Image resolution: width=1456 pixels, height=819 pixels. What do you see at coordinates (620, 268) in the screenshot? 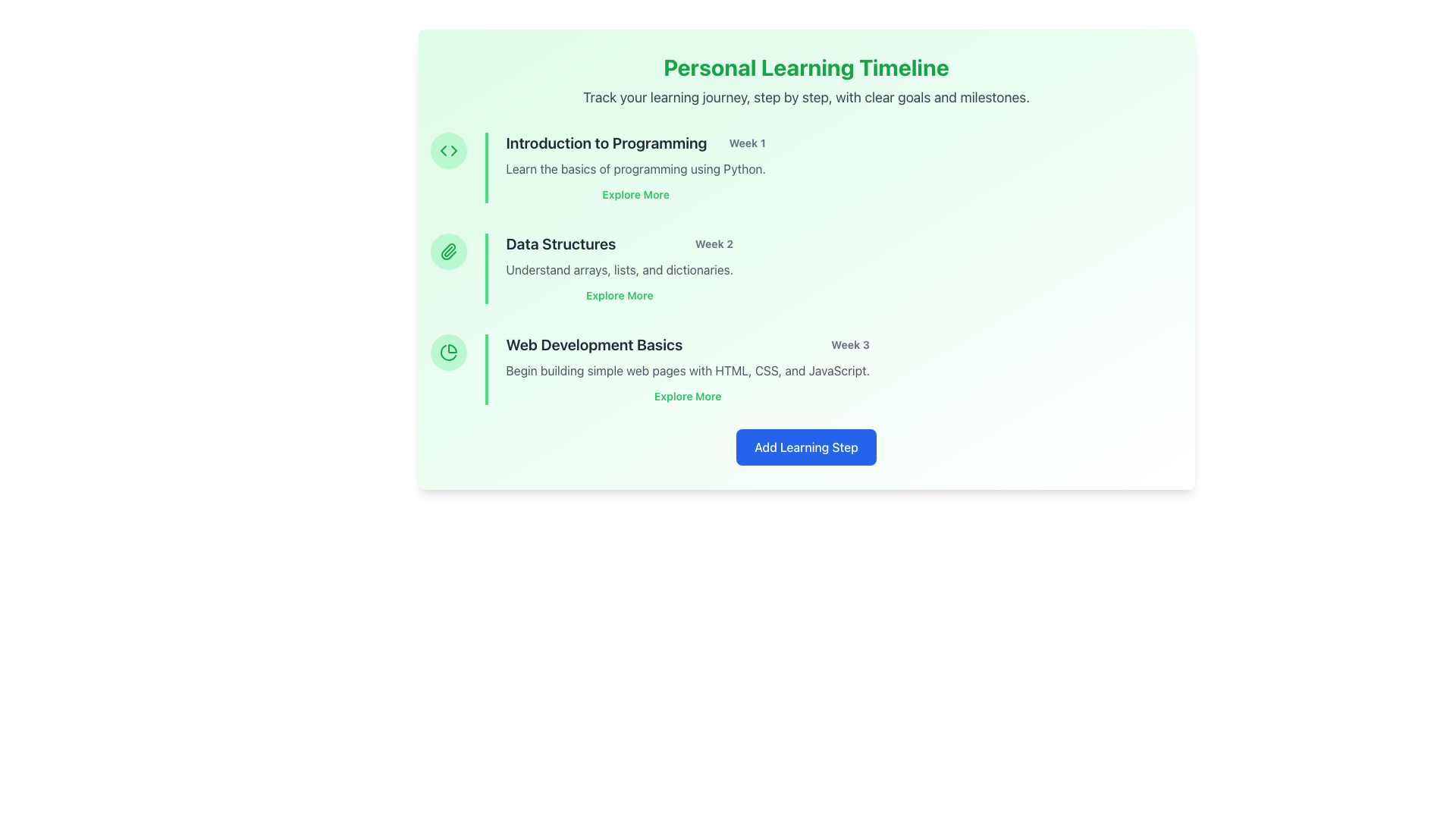
I see `the Text element displaying 'Understand arrays, lists, and dictionaries.' which is located below the 'Data Structures' heading and above the 'Explore More' link` at bounding box center [620, 268].